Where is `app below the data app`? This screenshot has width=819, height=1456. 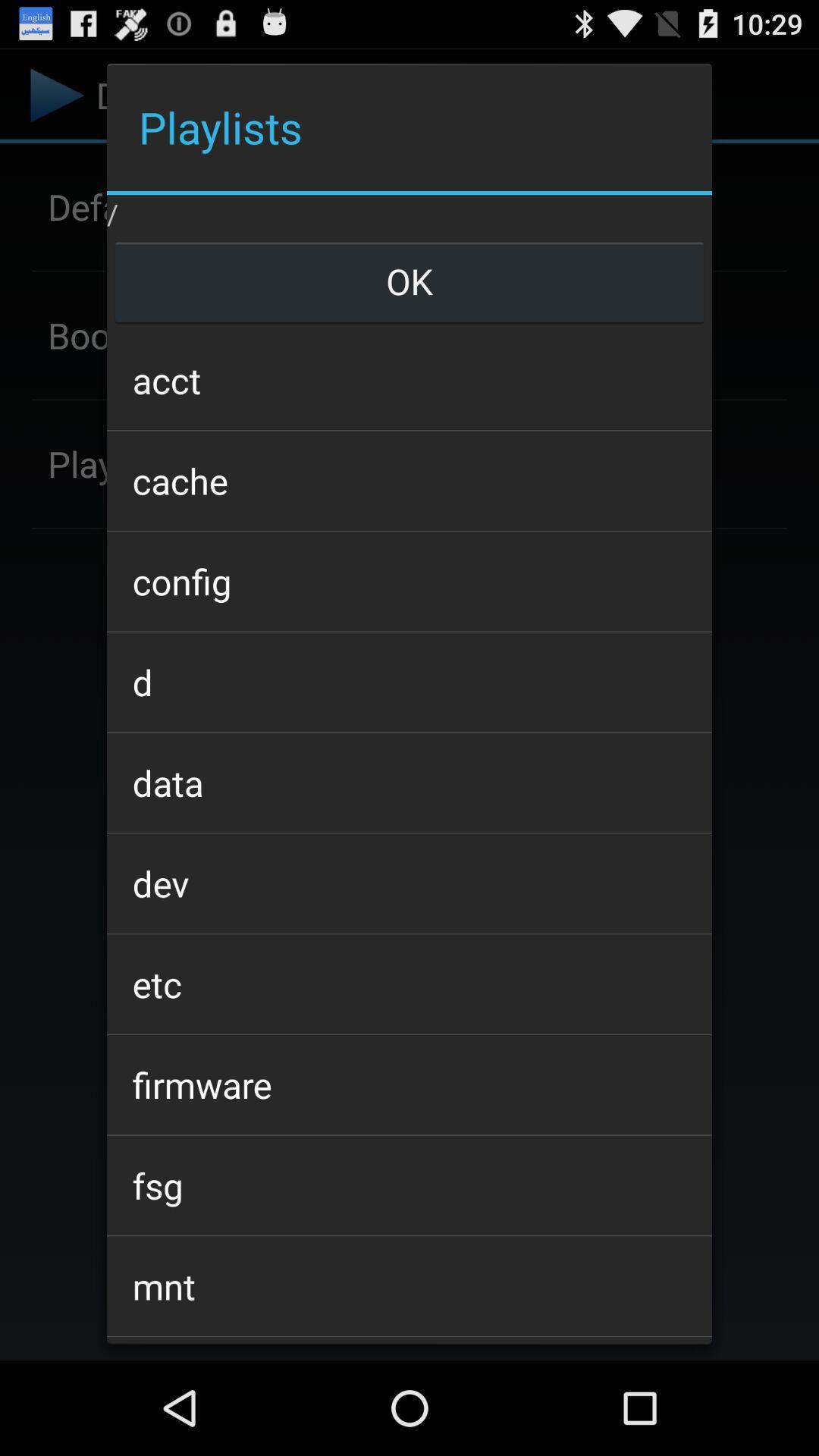 app below the data app is located at coordinates (409, 883).